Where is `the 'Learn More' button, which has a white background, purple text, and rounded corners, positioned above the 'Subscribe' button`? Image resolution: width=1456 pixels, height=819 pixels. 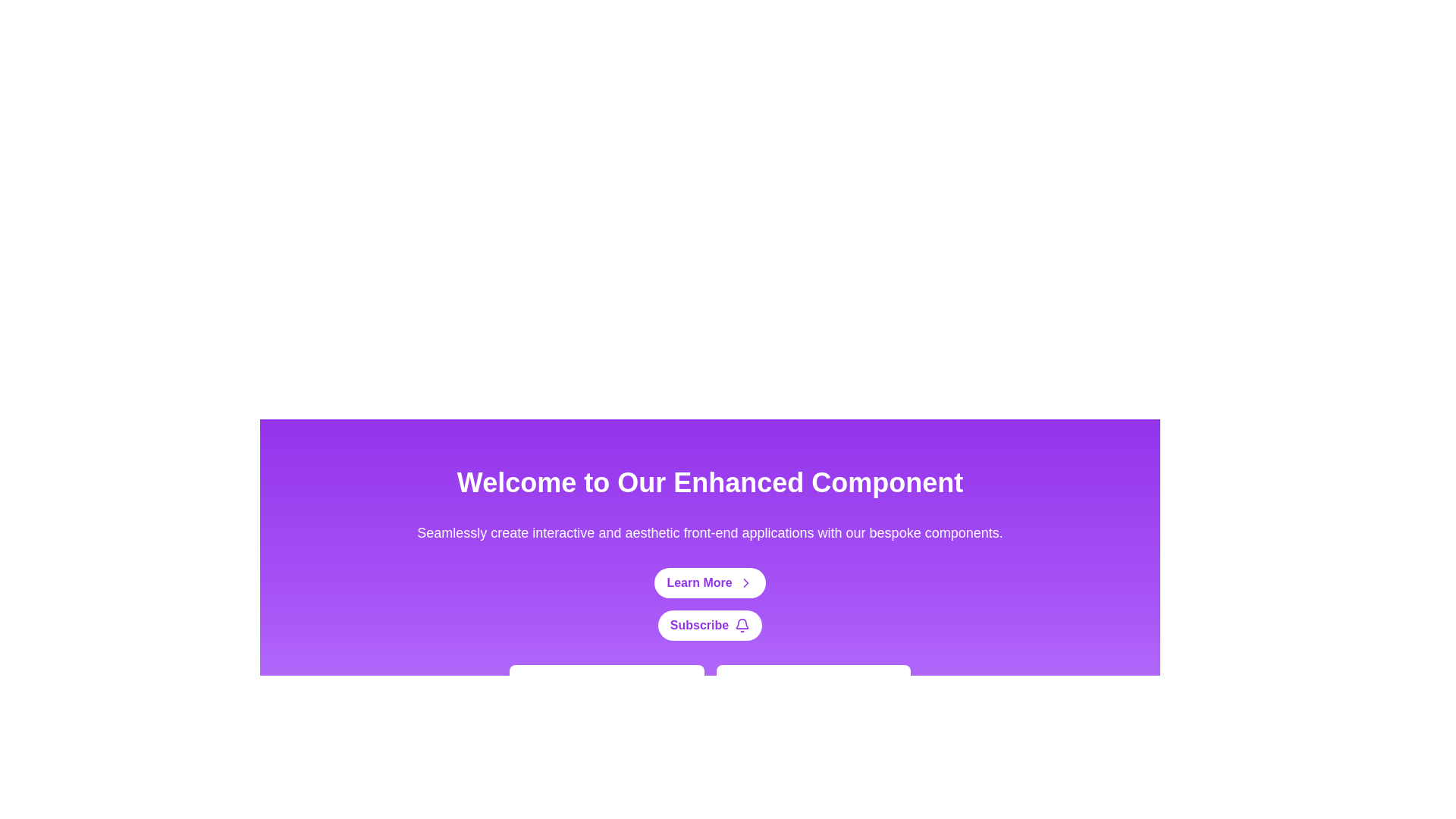 the 'Learn More' button, which has a white background, purple text, and rounded corners, positioned above the 'Subscribe' button is located at coordinates (709, 582).